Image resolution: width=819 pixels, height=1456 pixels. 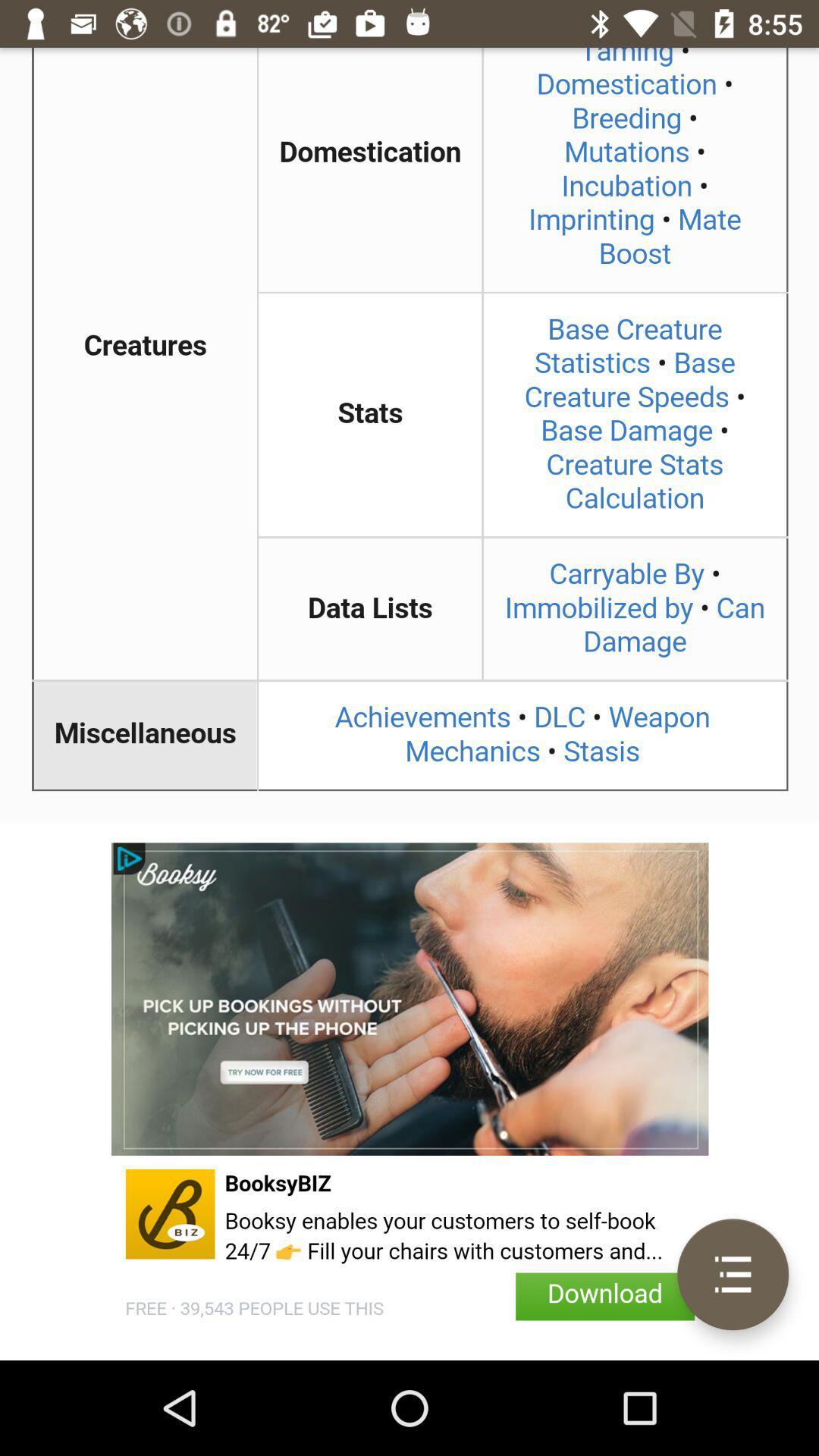 What do you see at coordinates (409, 435) in the screenshot?
I see `share the article` at bounding box center [409, 435].